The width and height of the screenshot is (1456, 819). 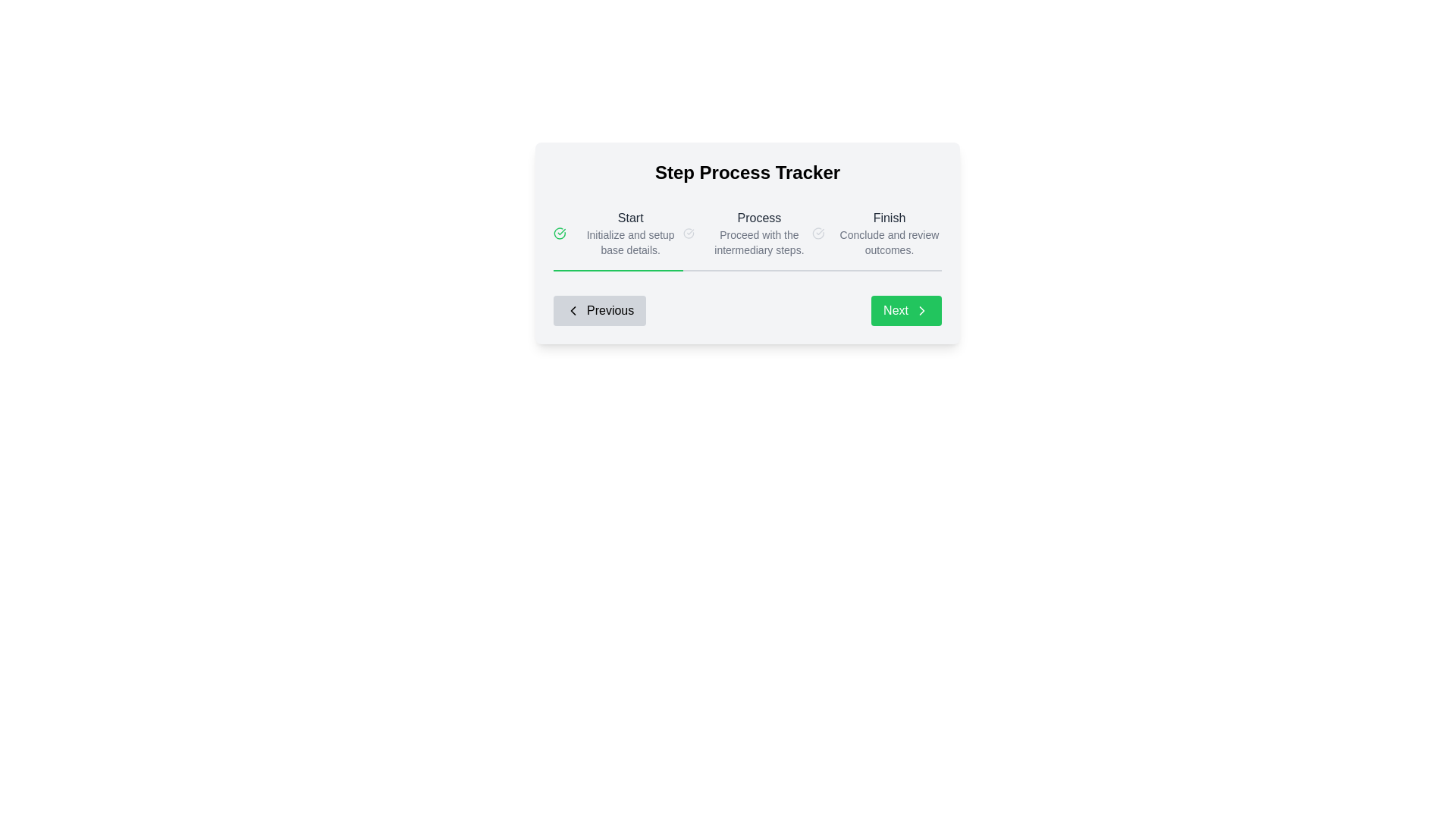 What do you see at coordinates (559, 234) in the screenshot?
I see `the status represented by the green circular icon with a checkmark, which is the first icon in the 'Step Process Tracker' next to the 'Start' step` at bounding box center [559, 234].